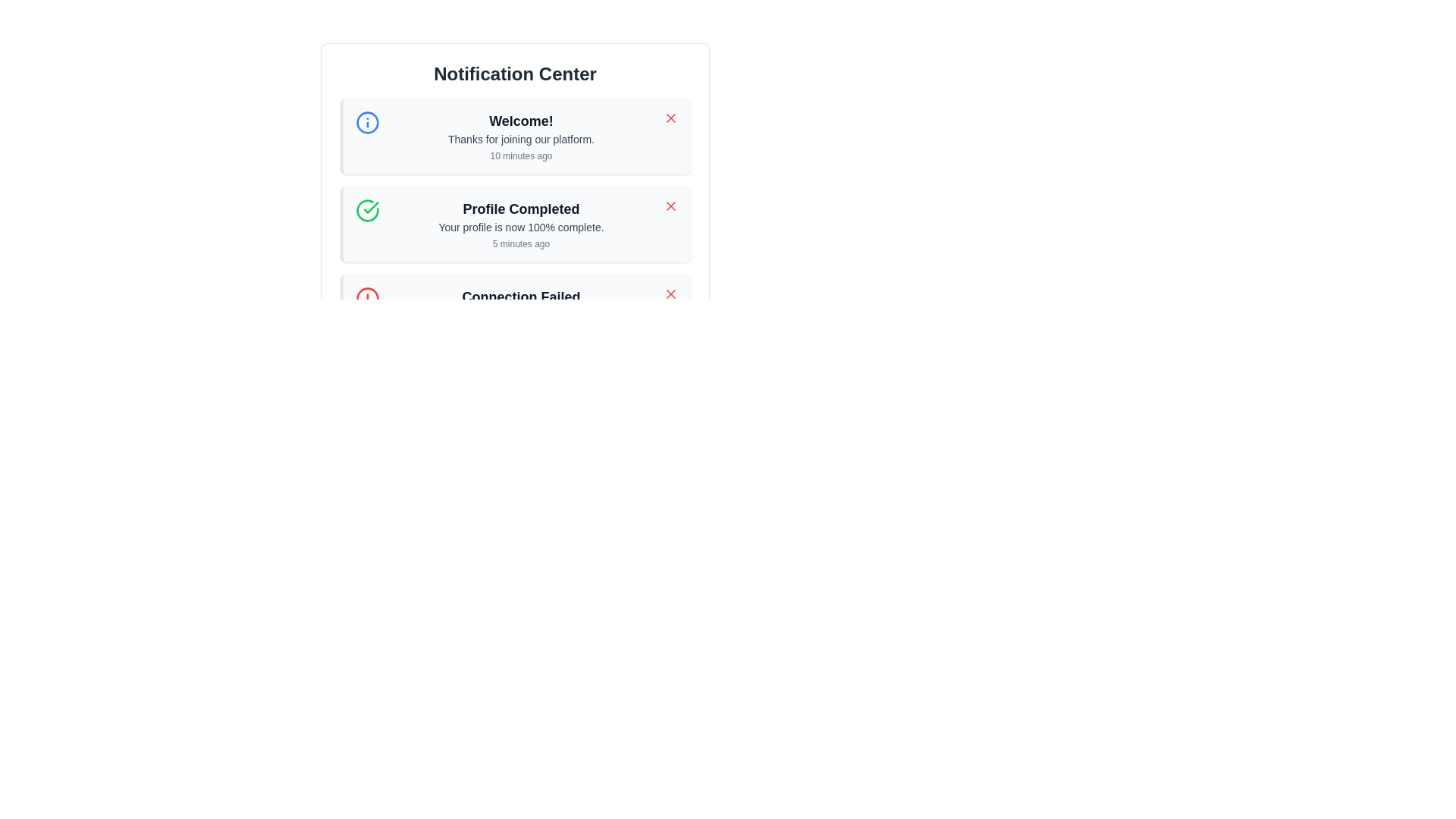 The width and height of the screenshot is (1456, 819). What do you see at coordinates (367, 122) in the screenshot?
I see `the circular blue icon with an informational symbol ('i') located at the left side of the first notification card, adjacent to the message 'Welcome! Thanks for joining our platform.'` at bounding box center [367, 122].